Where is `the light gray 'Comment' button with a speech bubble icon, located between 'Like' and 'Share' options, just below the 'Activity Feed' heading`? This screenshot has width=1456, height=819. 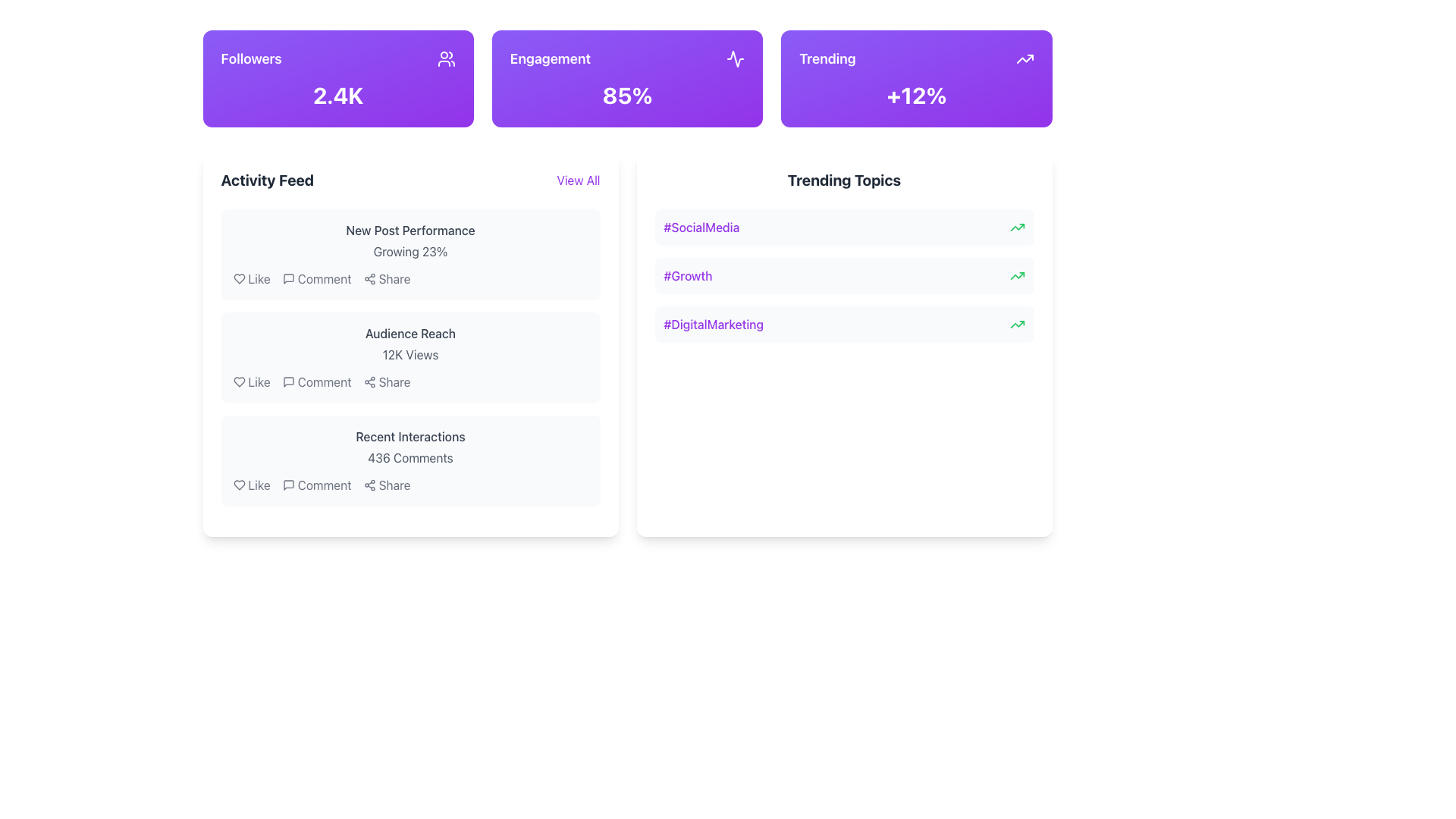
the light gray 'Comment' button with a speech bubble icon, located between 'Like' and 'Share' options, just below the 'Activity Feed' heading is located at coordinates (316, 278).